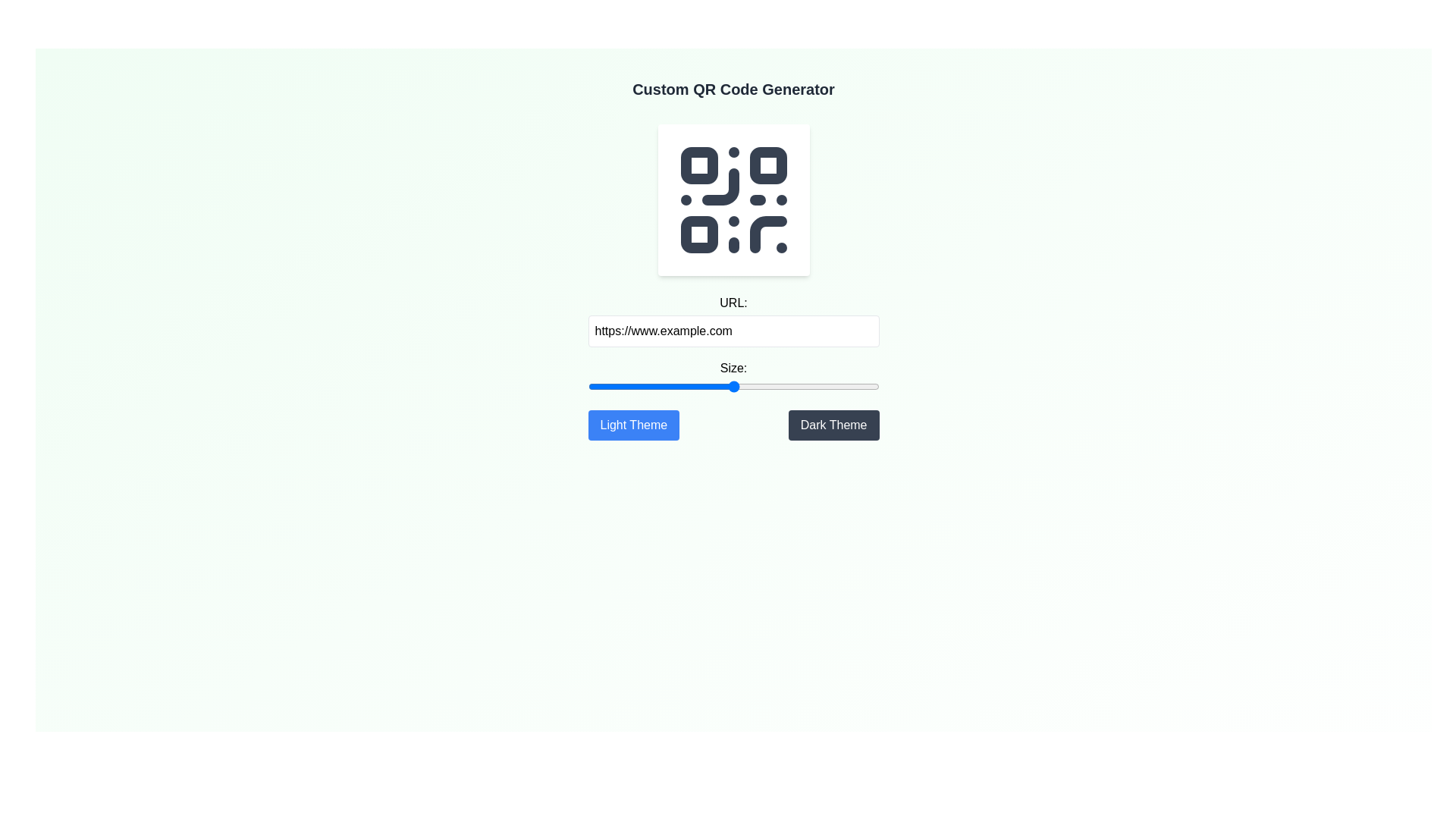 Image resolution: width=1456 pixels, height=819 pixels. What do you see at coordinates (738, 385) in the screenshot?
I see `the slider` at bounding box center [738, 385].